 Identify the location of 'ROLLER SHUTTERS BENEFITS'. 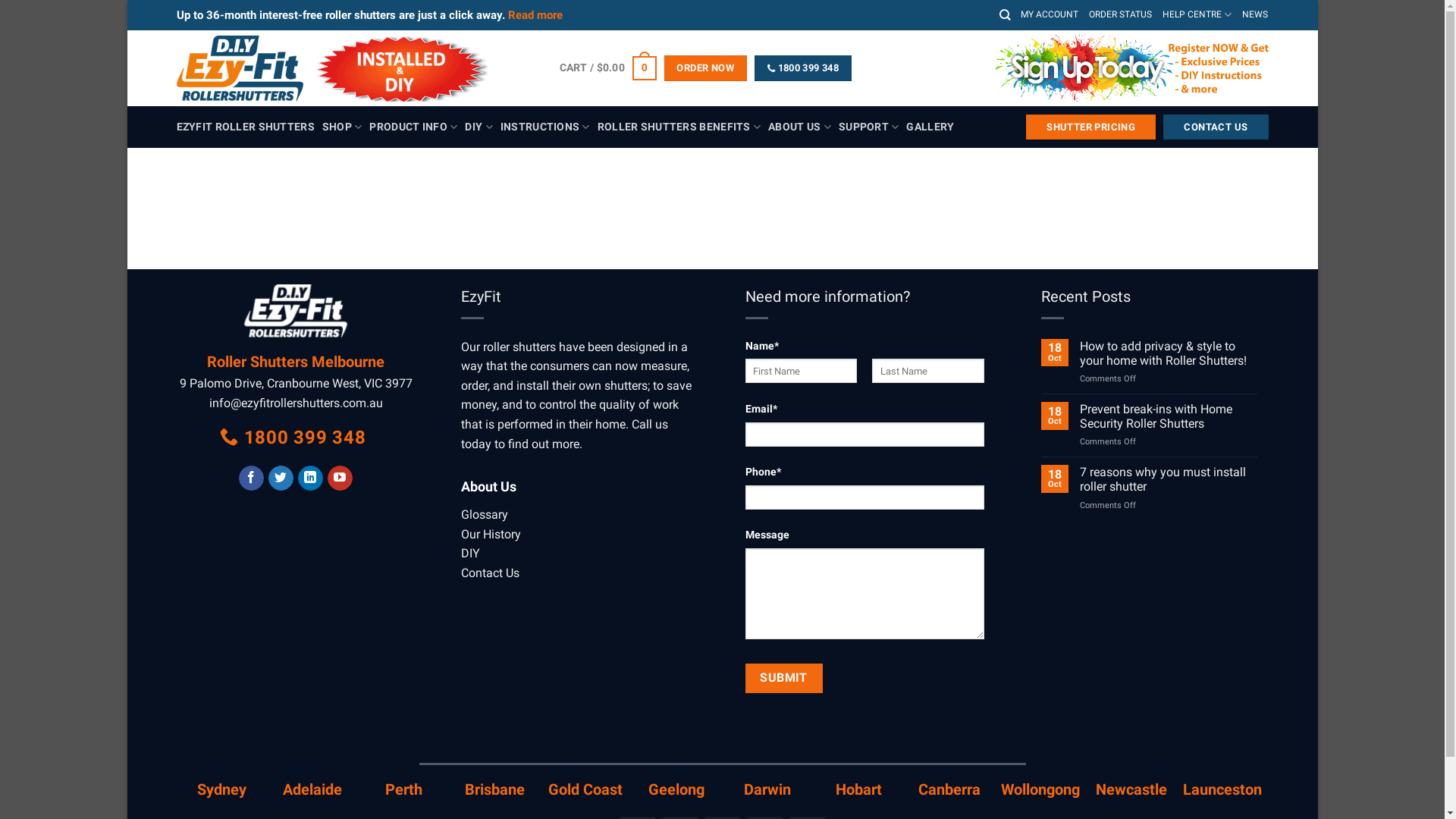
(678, 126).